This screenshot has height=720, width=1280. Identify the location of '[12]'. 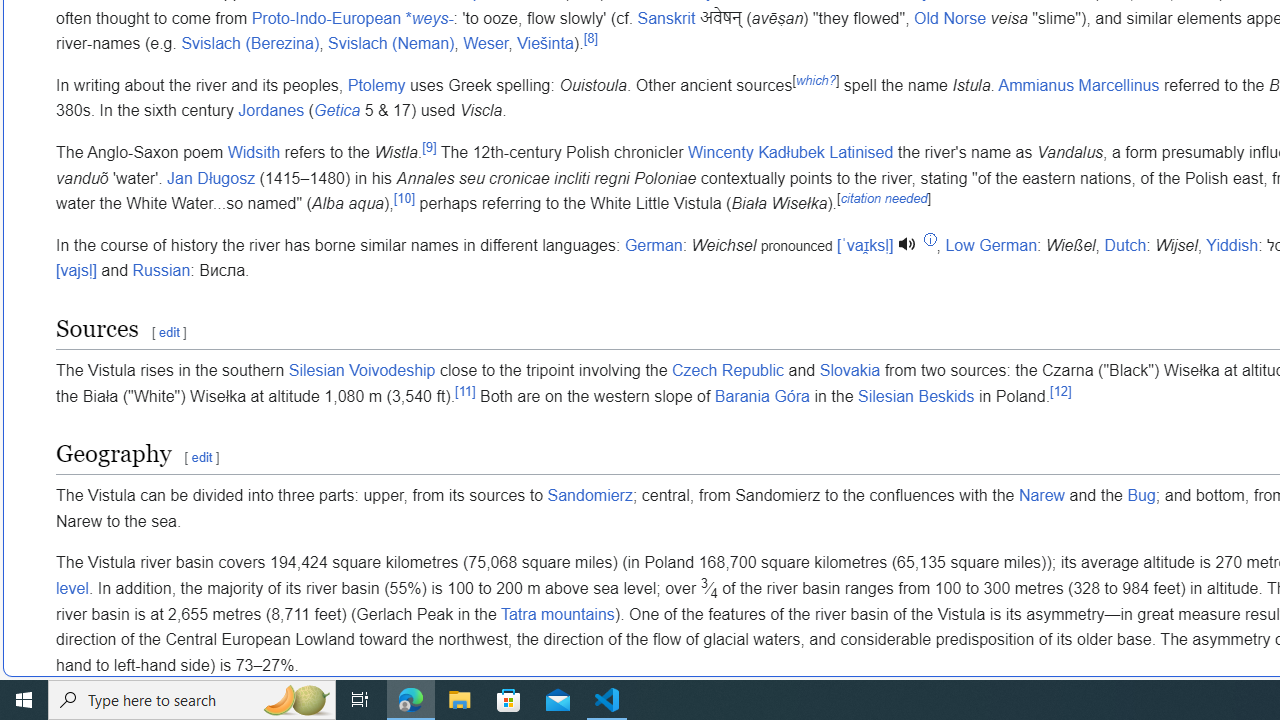
(1060, 390).